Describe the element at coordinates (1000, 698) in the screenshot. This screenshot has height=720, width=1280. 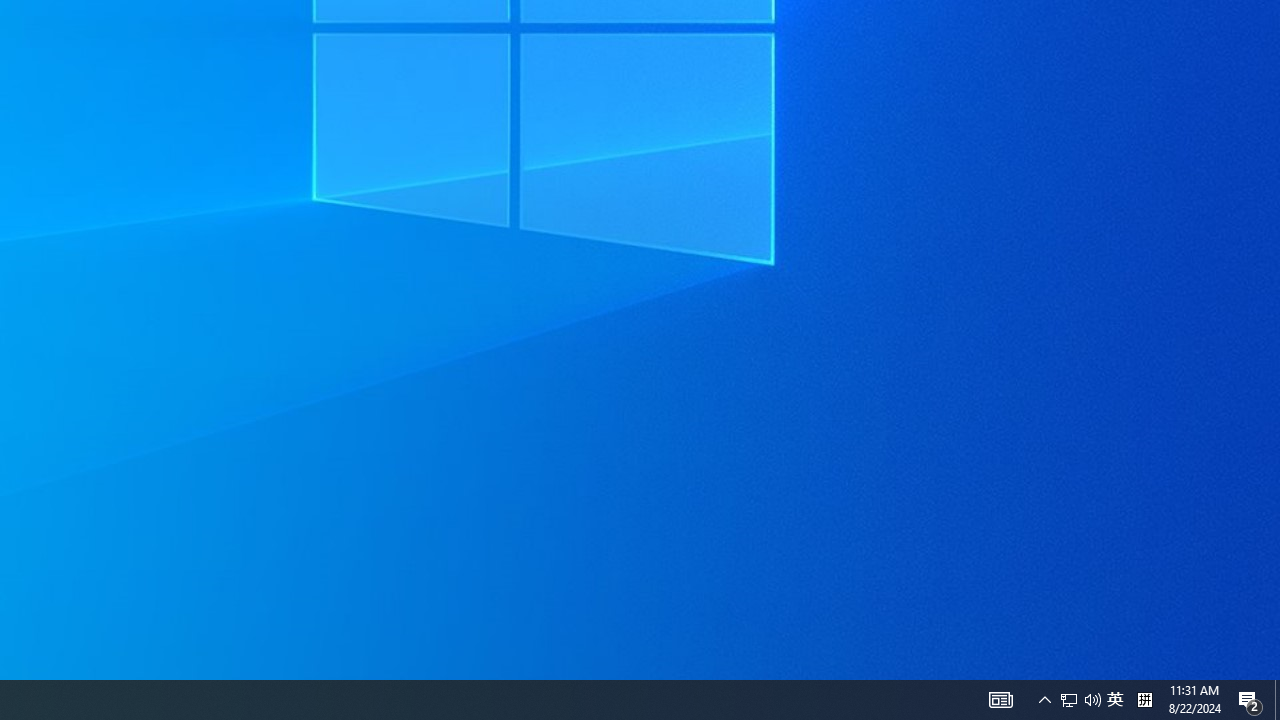
I see `'AutomationID: 4105'` at that location.